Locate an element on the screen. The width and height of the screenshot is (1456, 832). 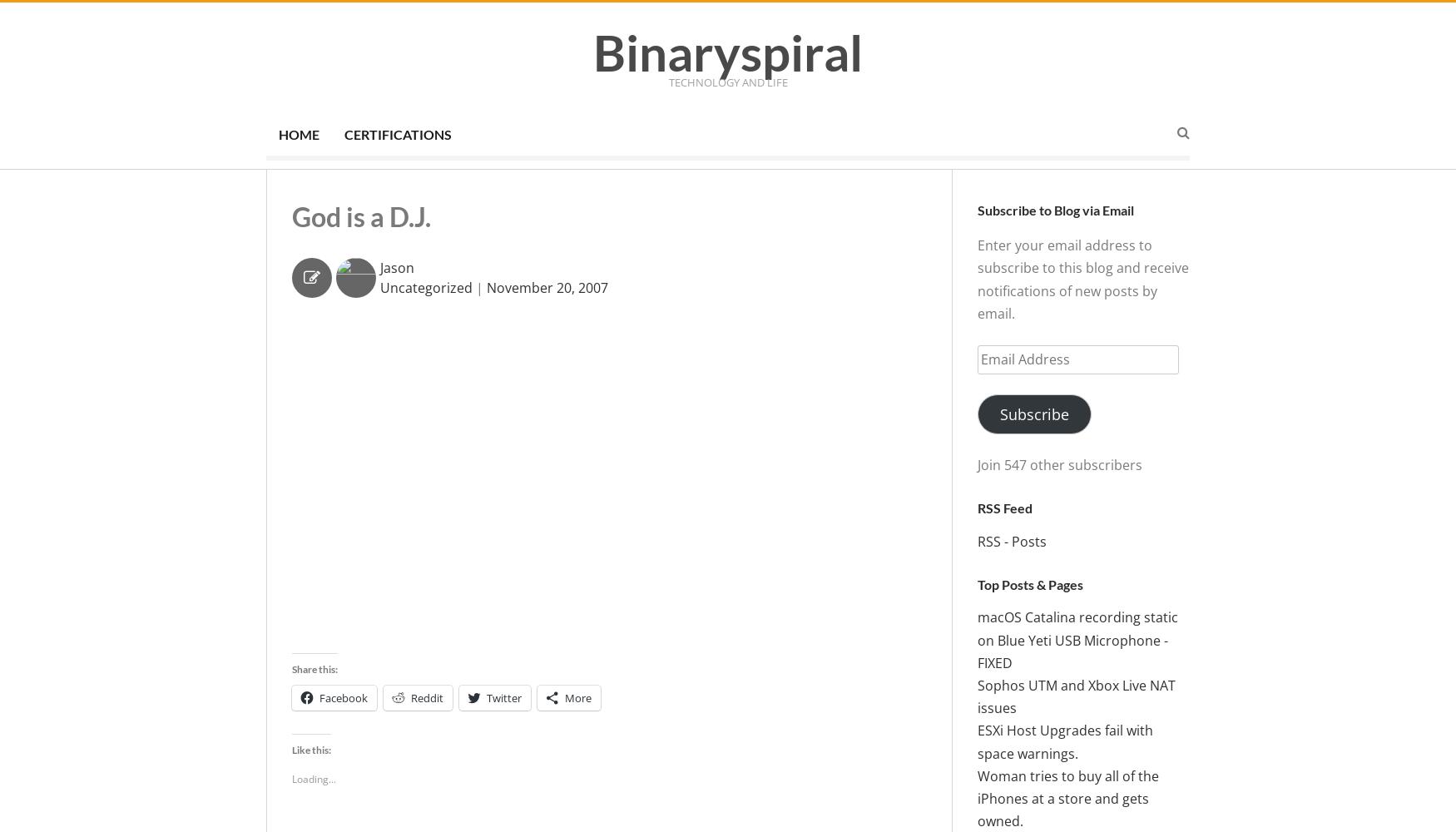
'Top Posts & Pages' is located at coordinates (1030, 582).